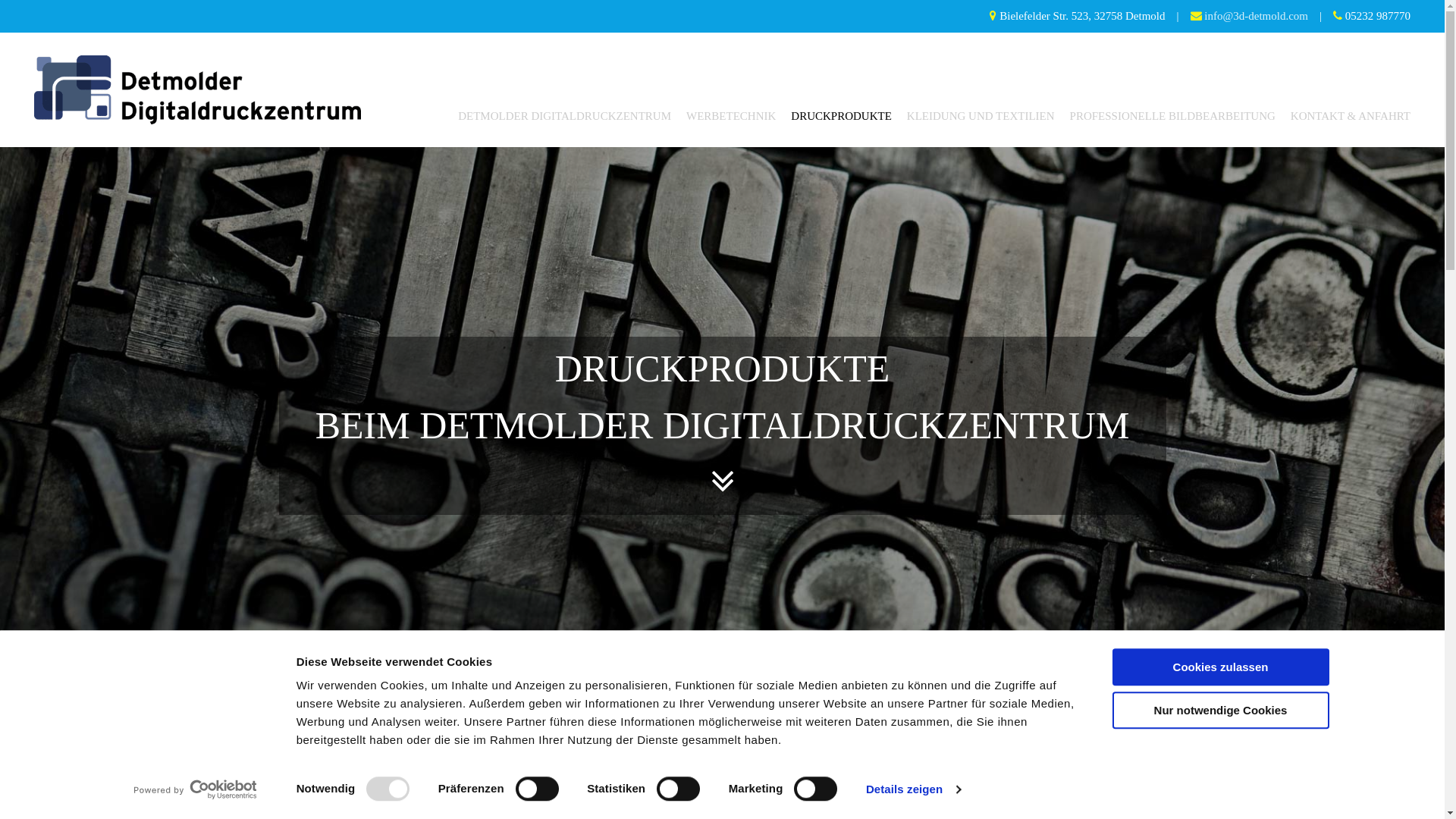 The width and height of the screenshot is (1456, 819). Describe the element at coordinates (1343, 116) in the screenshot. I see `'KONTAKT & ANFAHRT'` at that location.